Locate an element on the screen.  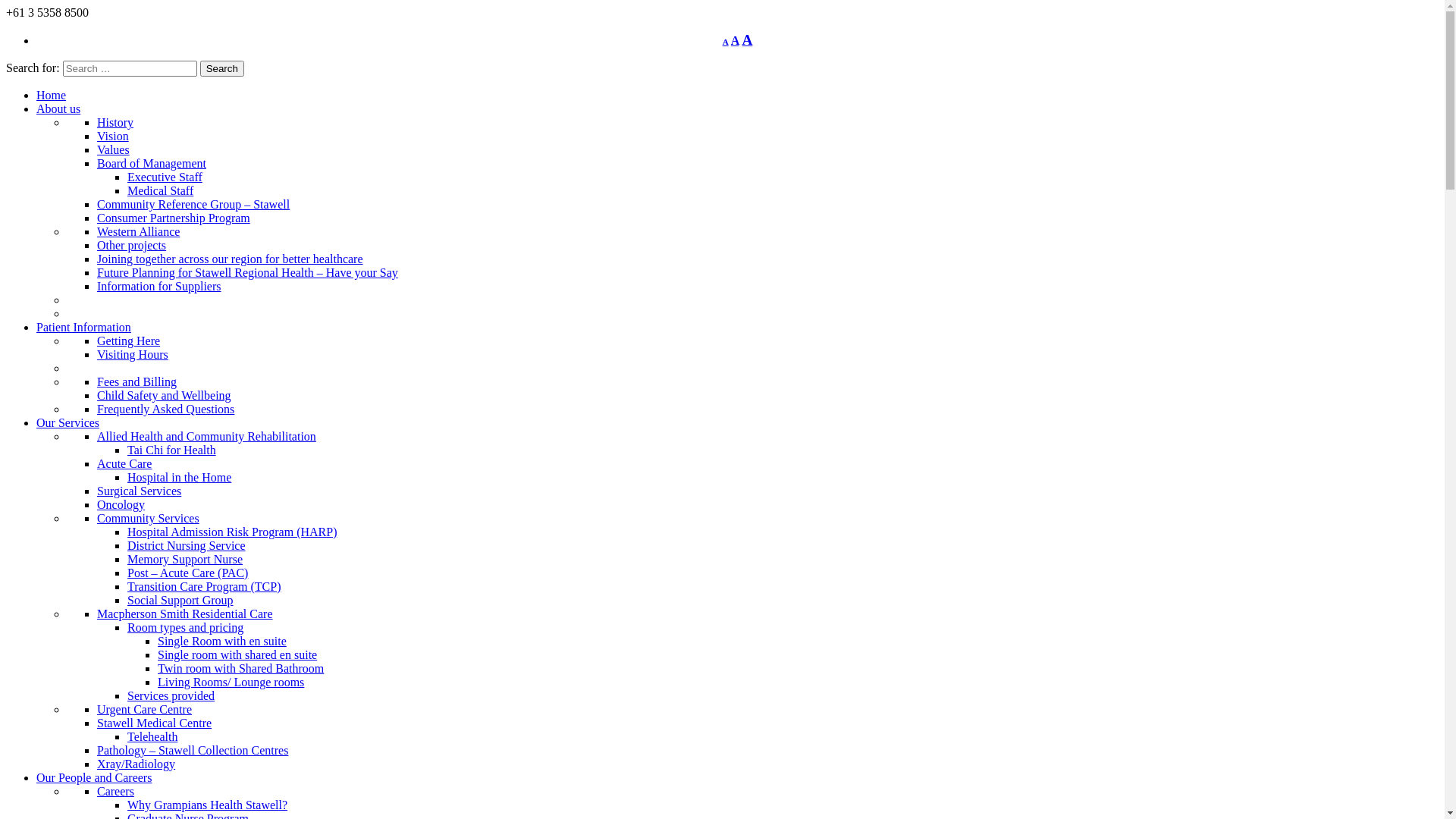
'Other projects' is located at coordinates (131, 244).